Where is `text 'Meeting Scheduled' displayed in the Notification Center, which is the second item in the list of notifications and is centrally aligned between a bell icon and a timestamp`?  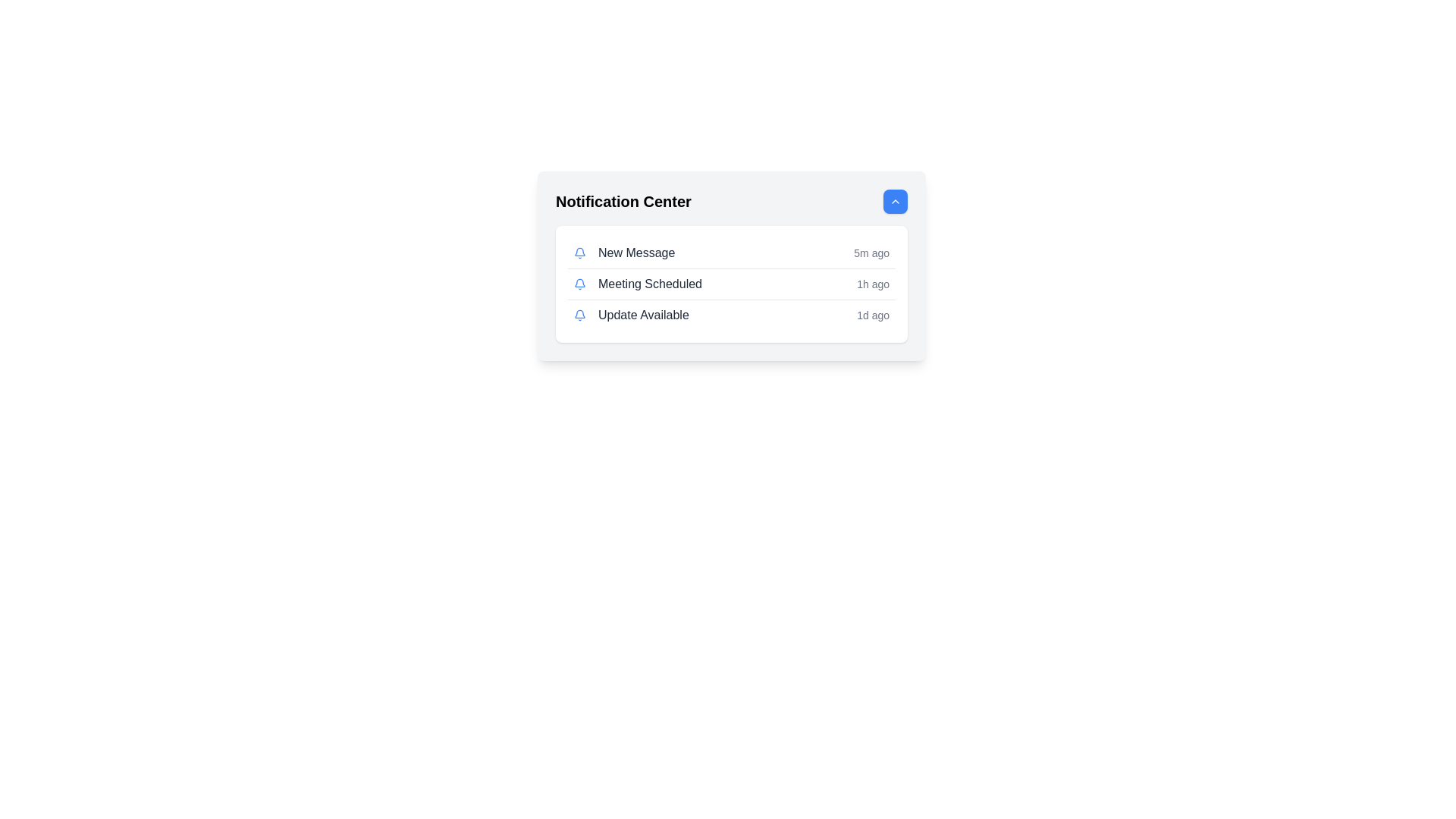
text 'Meeting Scheduled' displayed in the Notification Center, which is the second item in the list of notifications and is centrally aligned between a bell icon and a timestamp is located at coordinates (650, 284).